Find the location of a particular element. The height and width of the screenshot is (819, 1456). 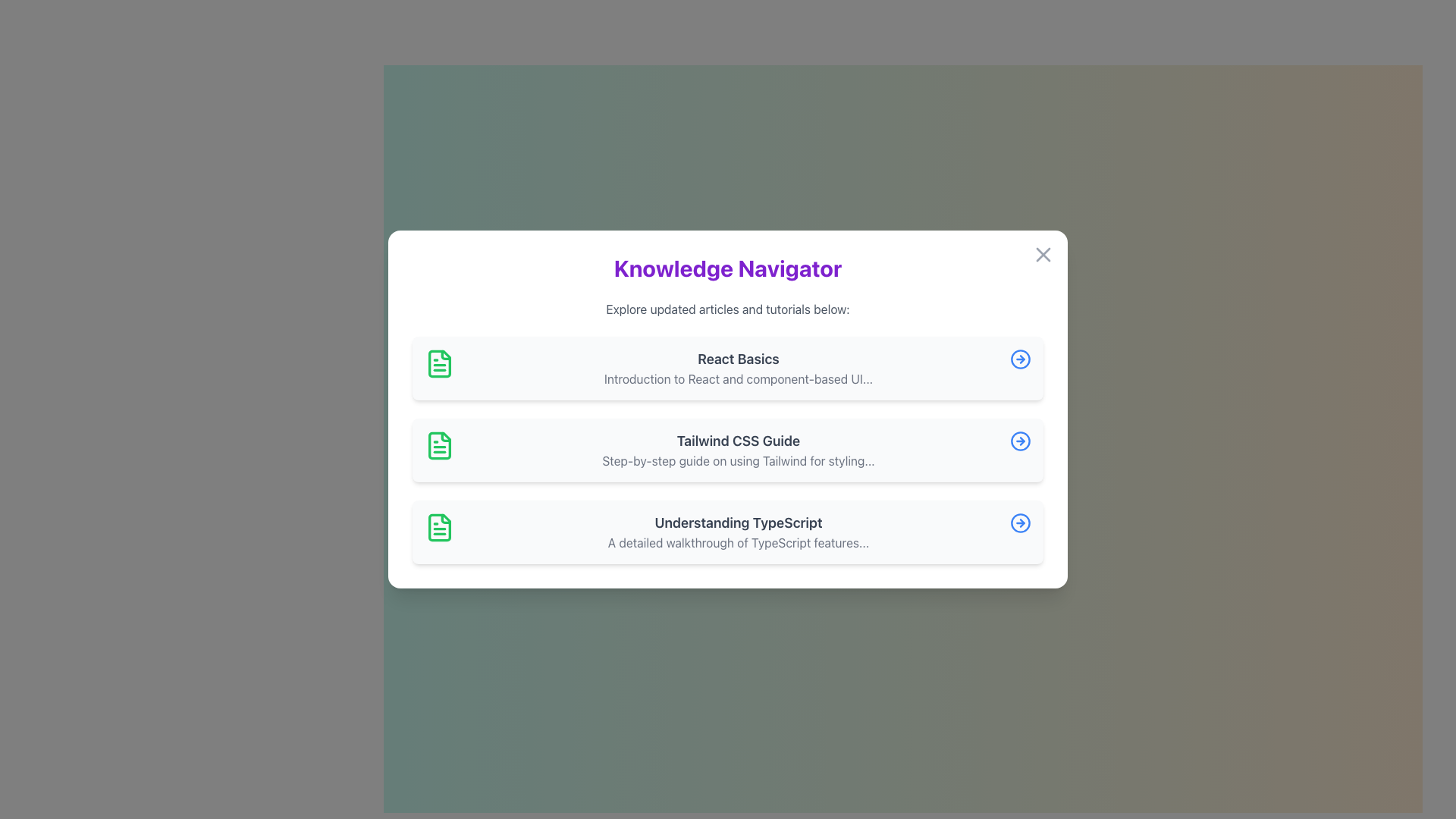

text content of the header 'React Basics' displayed in bold gray font, centrally aligned in the first card of the vertically stacked list is located at coordinates (739, 359).